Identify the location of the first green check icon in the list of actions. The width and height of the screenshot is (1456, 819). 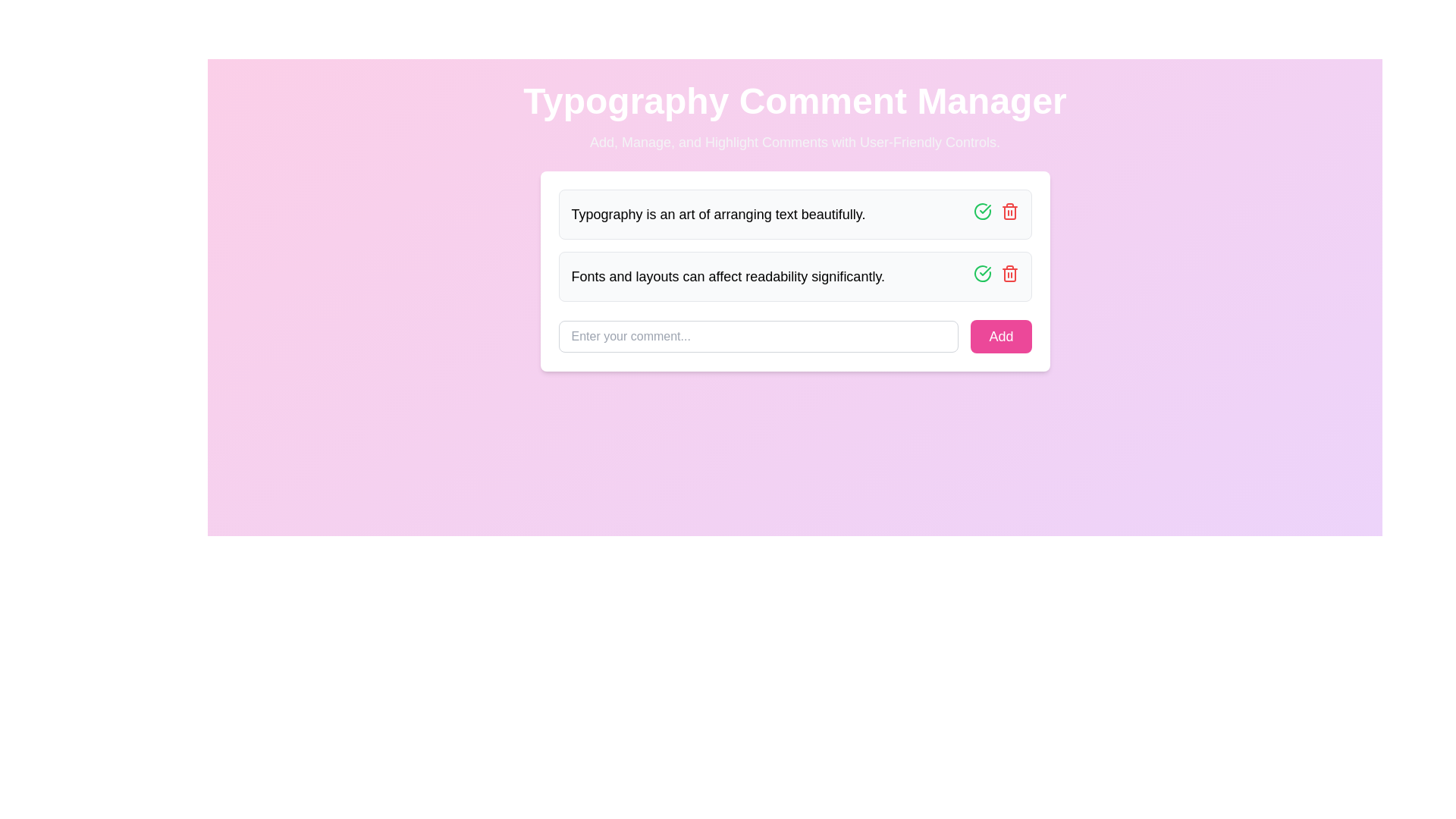
(982, 274).